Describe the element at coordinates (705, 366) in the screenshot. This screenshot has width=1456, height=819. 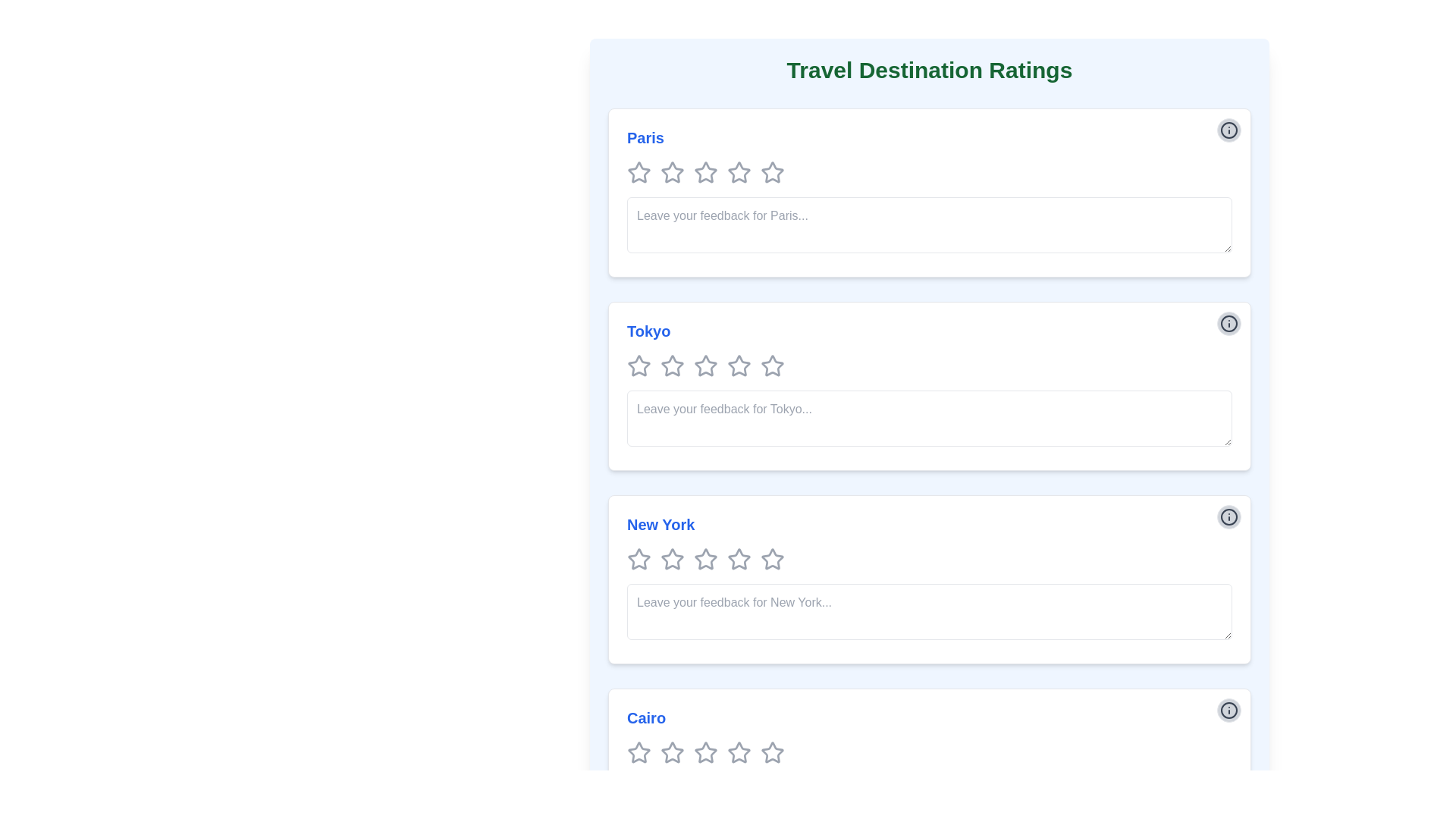
I see `the fourth star-shaped icon in the 'Tokyo' section of the 'Travel Destination Ratings' interface to rate it` at that location.